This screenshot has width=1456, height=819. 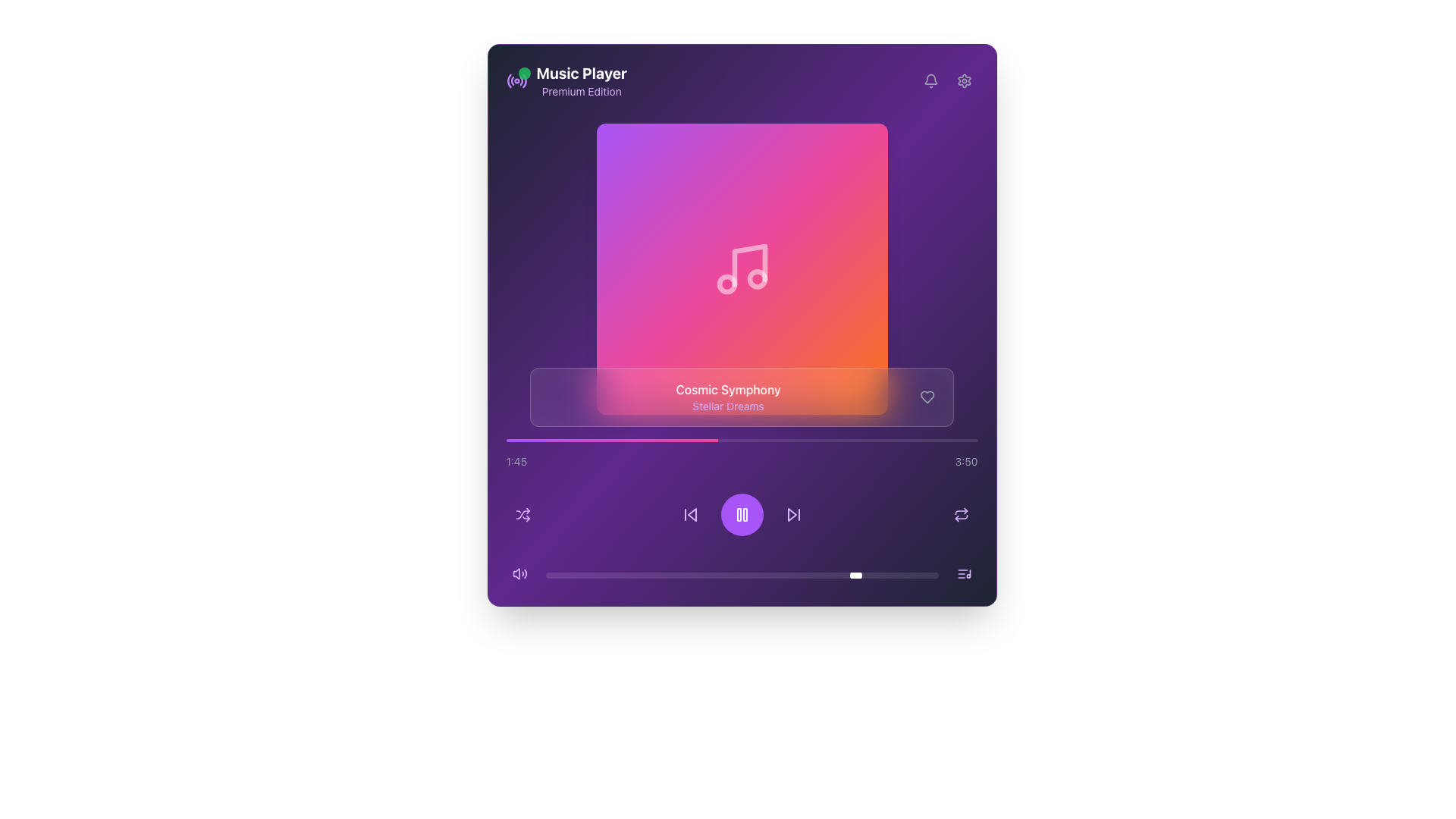 What do you see at coordinates (963, 81) in the screenshot?
I see `the settings icon located at the top right corner of the interface to trigger its hover effects` at bounding box center [963, 81].